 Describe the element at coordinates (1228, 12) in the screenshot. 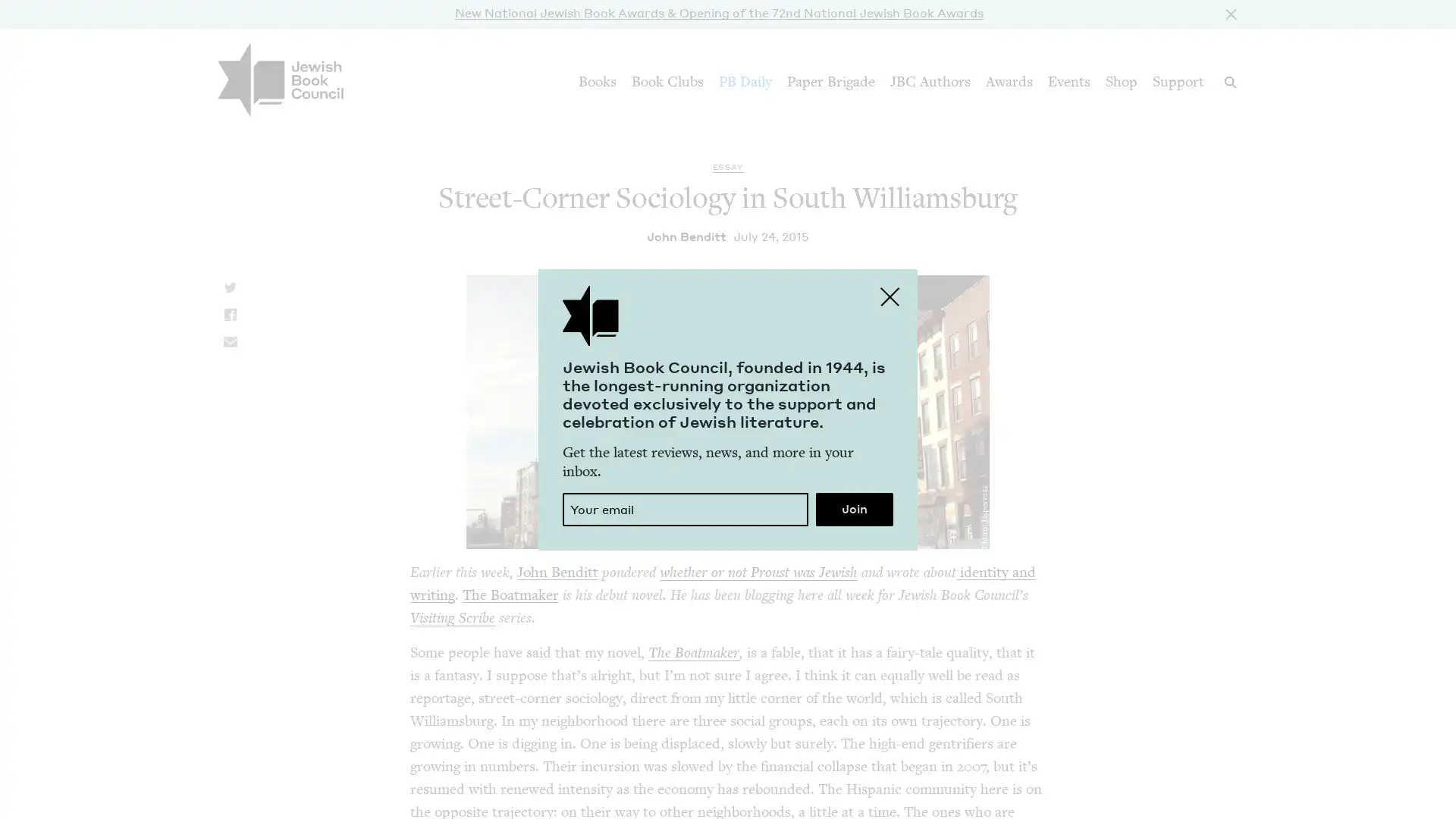

I see `Close` at that location.